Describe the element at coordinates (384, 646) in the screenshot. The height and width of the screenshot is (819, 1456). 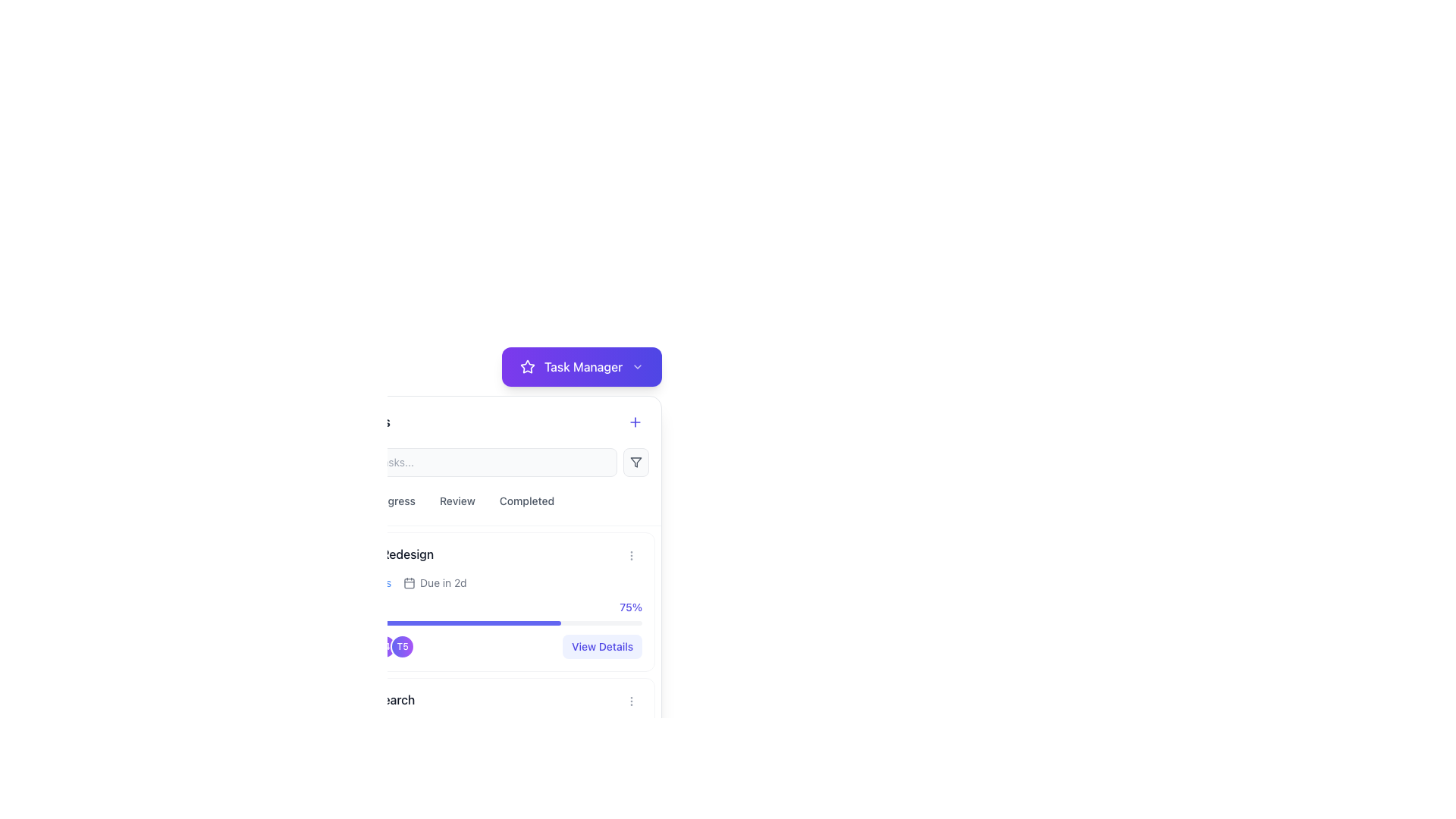
I see `the circular badge labeled 'T4', which has a gradient from indigo to purple, to associate it as part of a group` at that location.